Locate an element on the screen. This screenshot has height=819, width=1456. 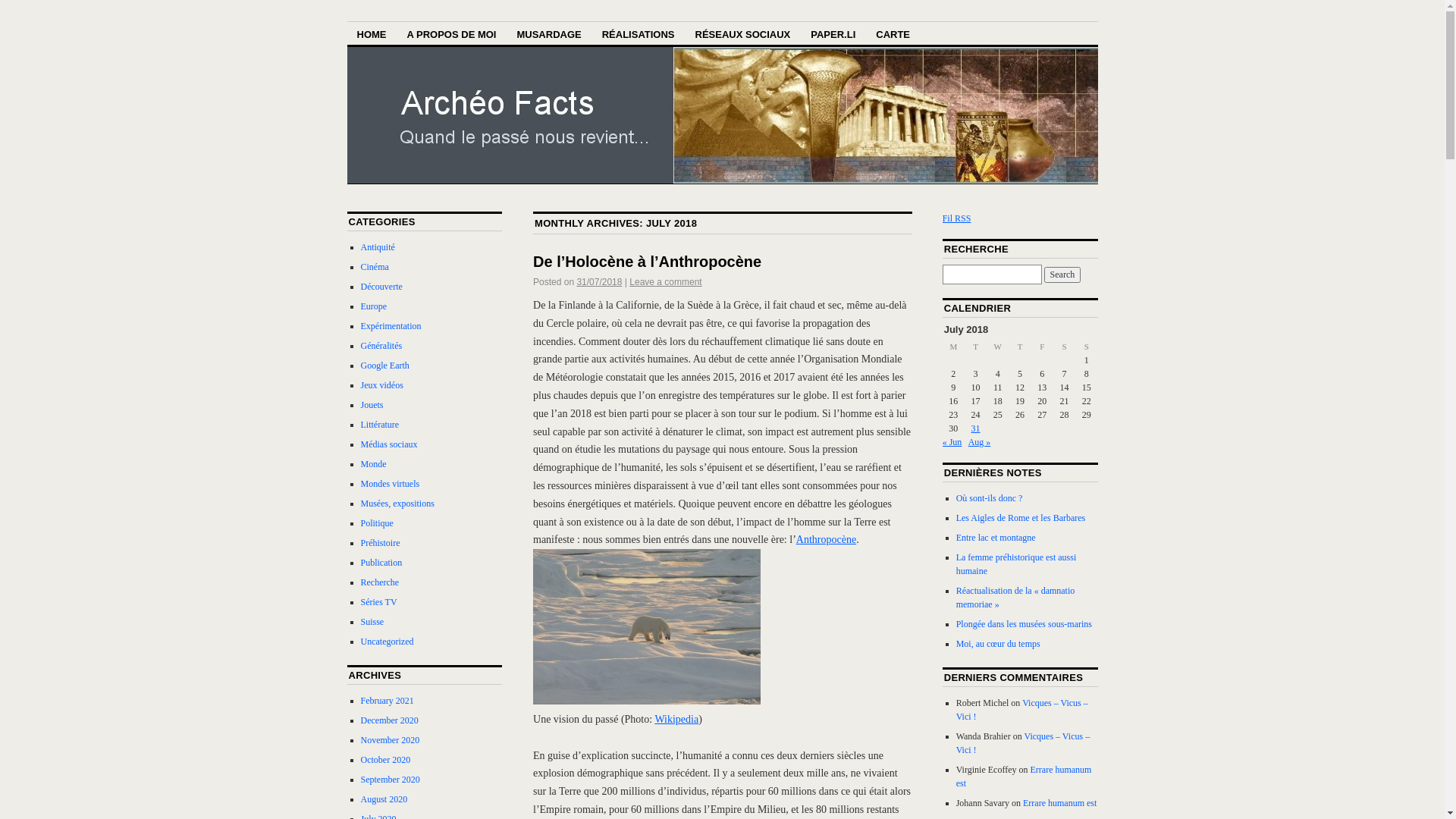
'Search' is located at coordinates (1062, 275).